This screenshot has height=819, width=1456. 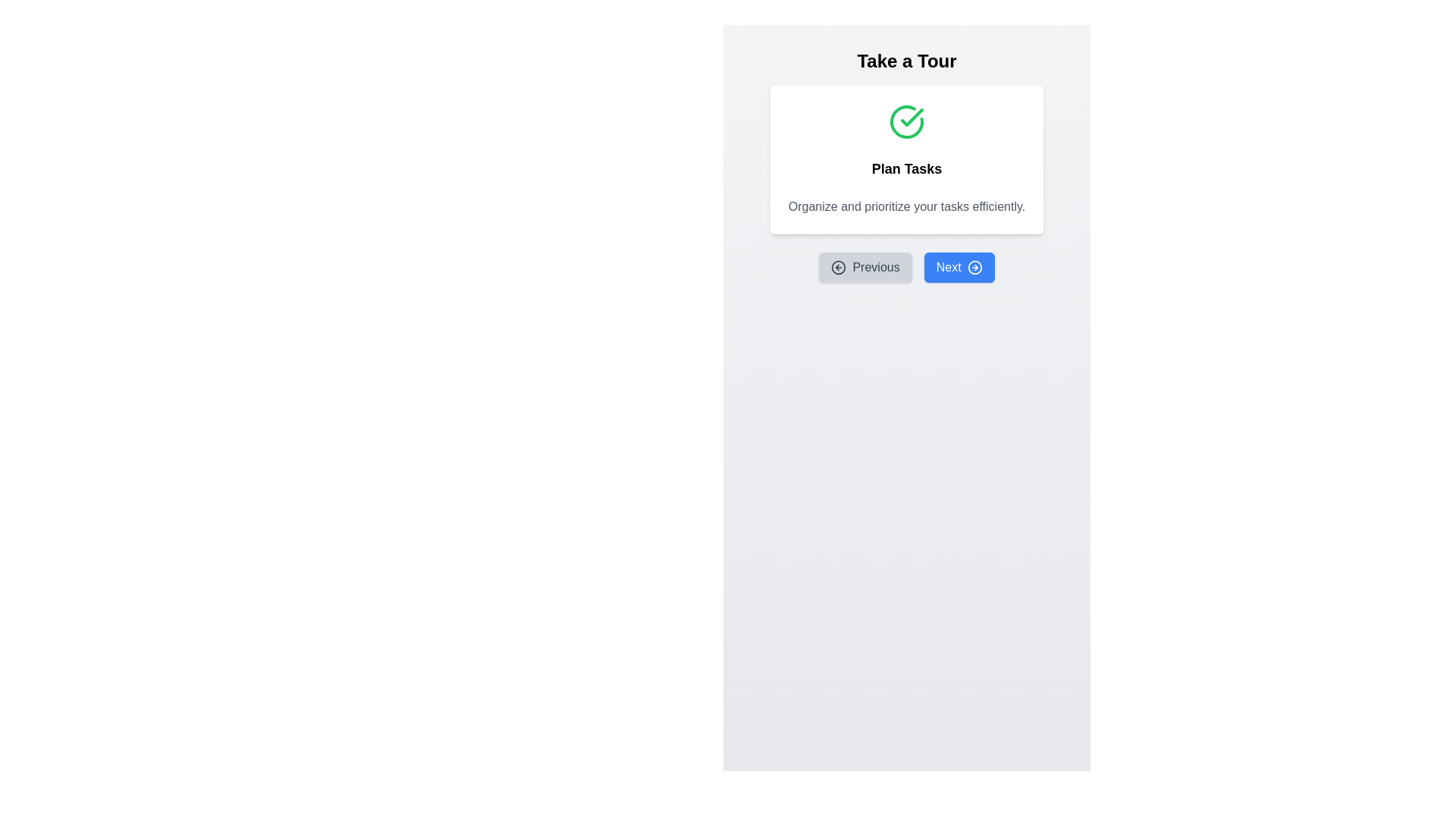 I want to click on the 'Previous' button located directly below the 'Plan Tasks' section, so click(x=865, y=267).